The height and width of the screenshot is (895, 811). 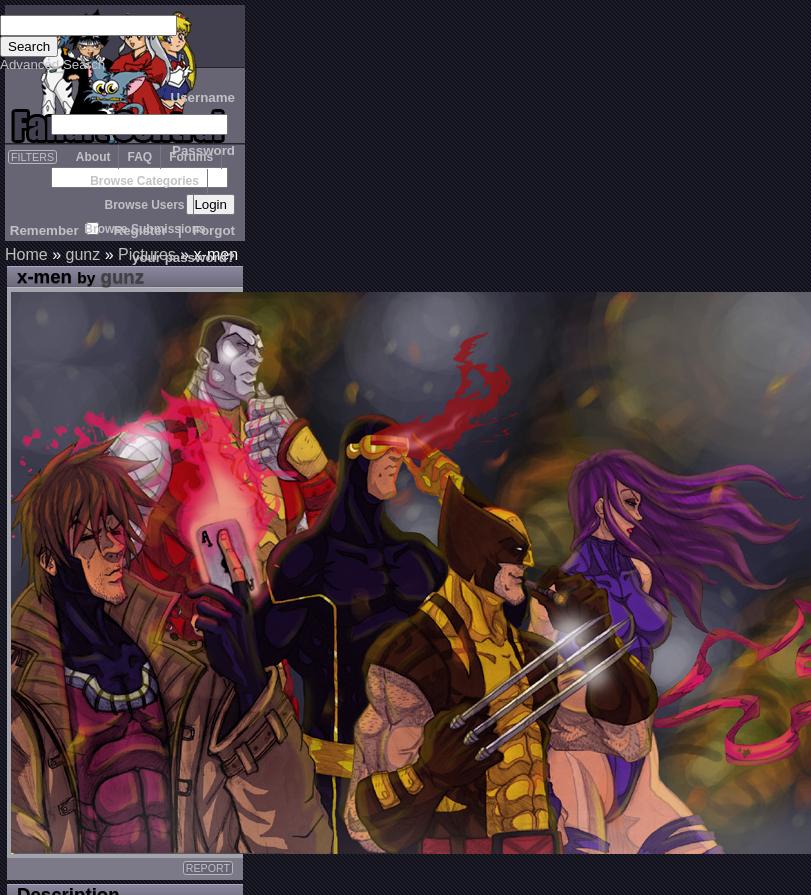 What do you see at coordinates (103, 205) in the screenshot?
I see `'Browse Users'` at bounding box center [103, 205].